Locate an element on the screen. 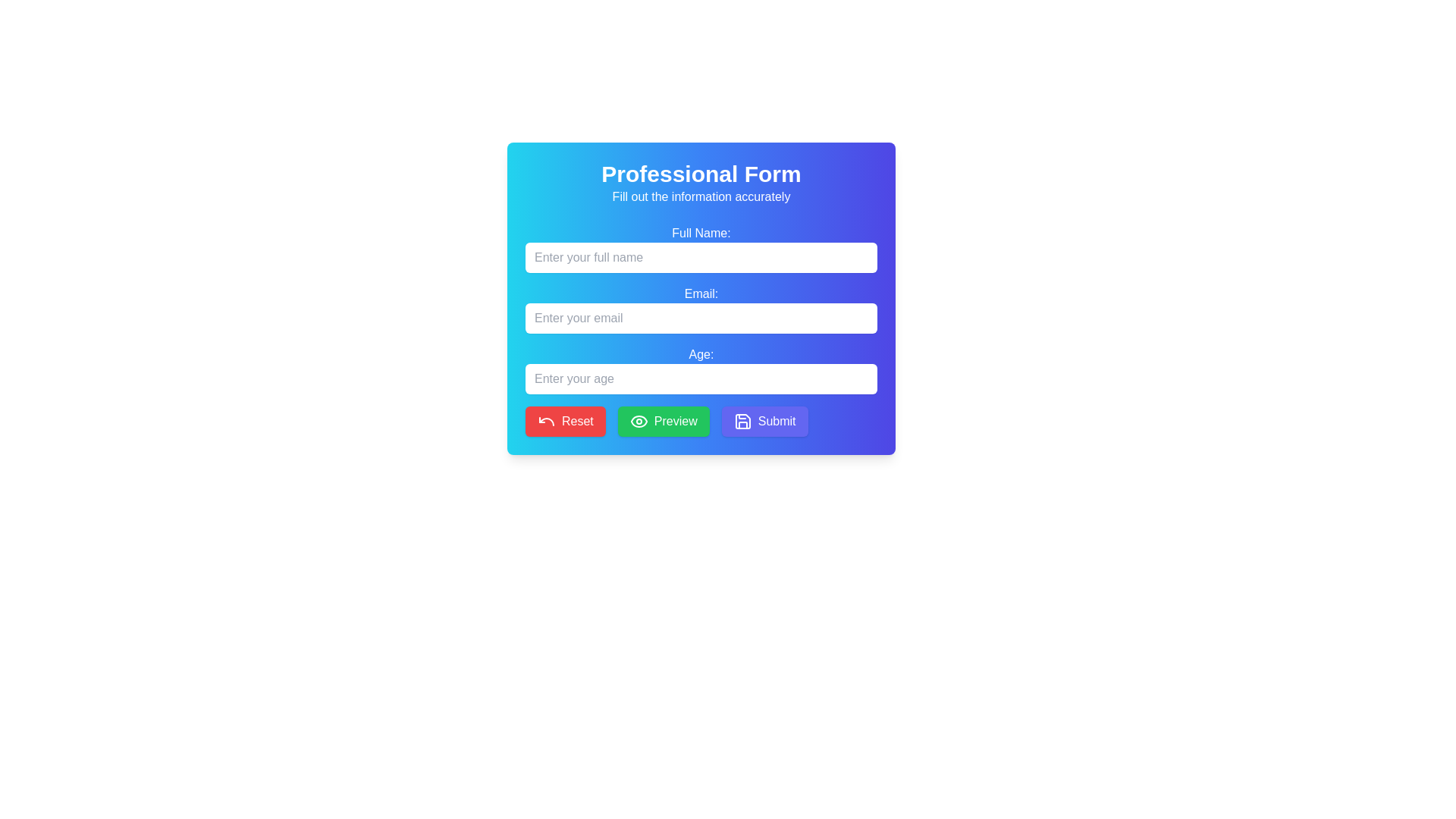  the informational static text located directly below the 'Professional Form' header, which advises users to provide correct details in the form fields is located at coordinates (701, 196).